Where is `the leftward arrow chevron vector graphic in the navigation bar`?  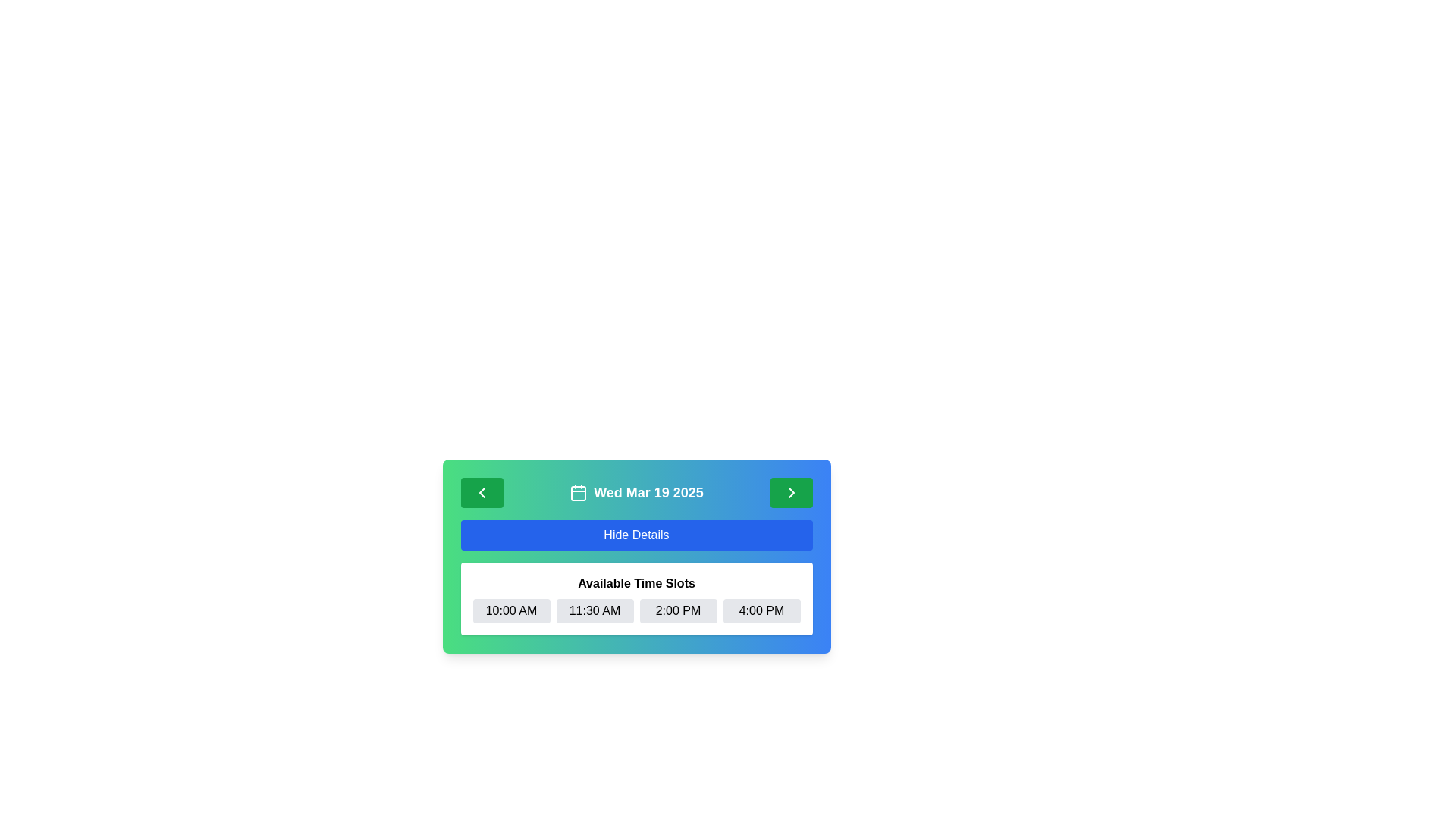 the leftward arrow chevron vector graphic in the navigation bar is located at coordinates (481, 493).